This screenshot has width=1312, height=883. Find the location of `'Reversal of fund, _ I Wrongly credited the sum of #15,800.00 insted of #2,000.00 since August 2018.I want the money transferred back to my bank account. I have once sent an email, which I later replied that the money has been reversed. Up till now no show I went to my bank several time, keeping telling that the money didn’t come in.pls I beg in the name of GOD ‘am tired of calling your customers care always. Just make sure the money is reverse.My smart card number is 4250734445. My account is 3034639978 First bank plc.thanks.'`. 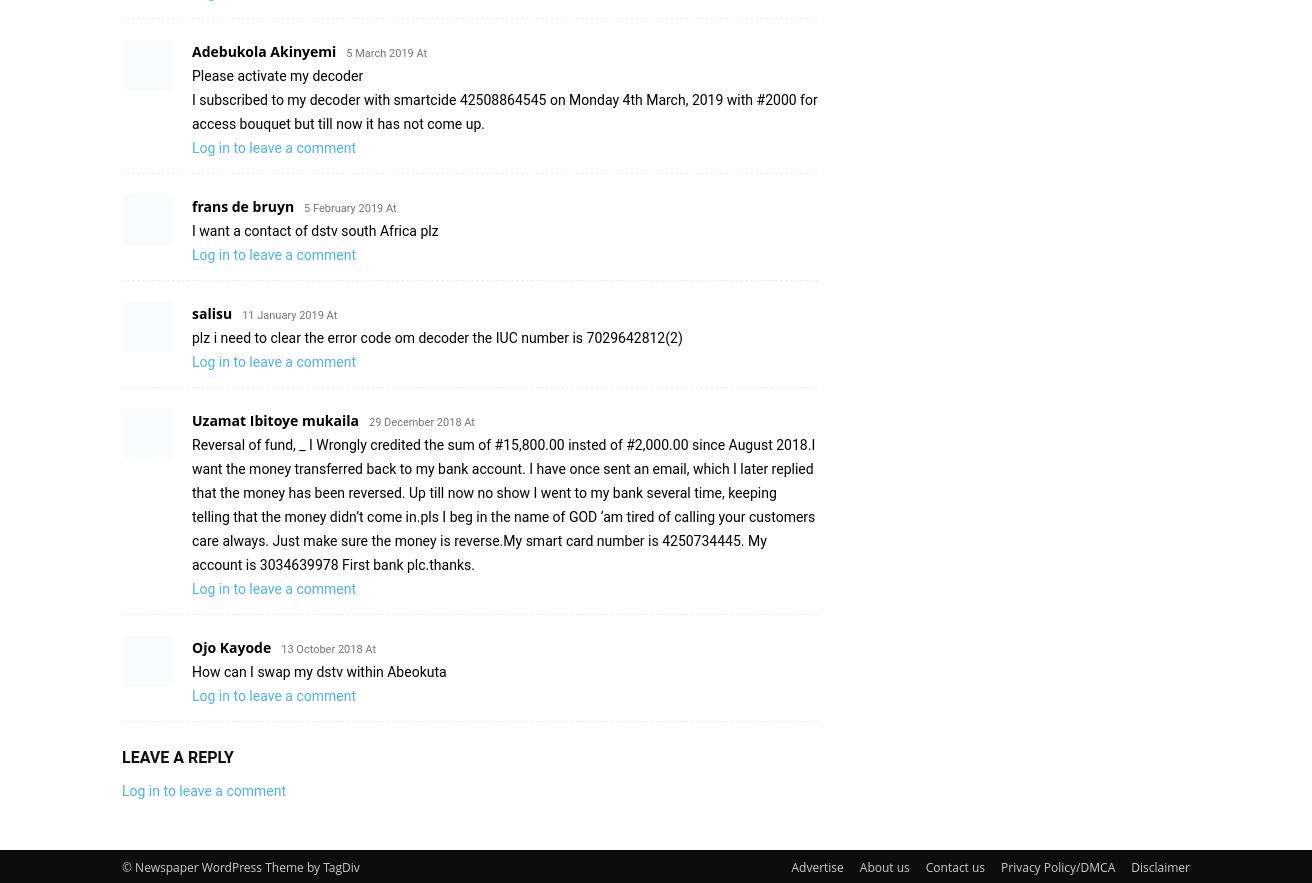

'Reversal of fund, _ I Wrongly credited the sum of #15,800.00 insted of #2,000.00 since August 2018.I want the money transferred back to my bank account. I have once sent an email, which I later replied that the money has been reversed. Up till now no show I went to my bank several time, keeping telling that the money didn’t come in.pls I beg in the name of GOD ‘am tired of calling your customers care always. Just make sure the money is reverse.My smart card number is 4250734445. My account is 3034639978 First bank plc.thanks.' is located at coordinates (502, 504).